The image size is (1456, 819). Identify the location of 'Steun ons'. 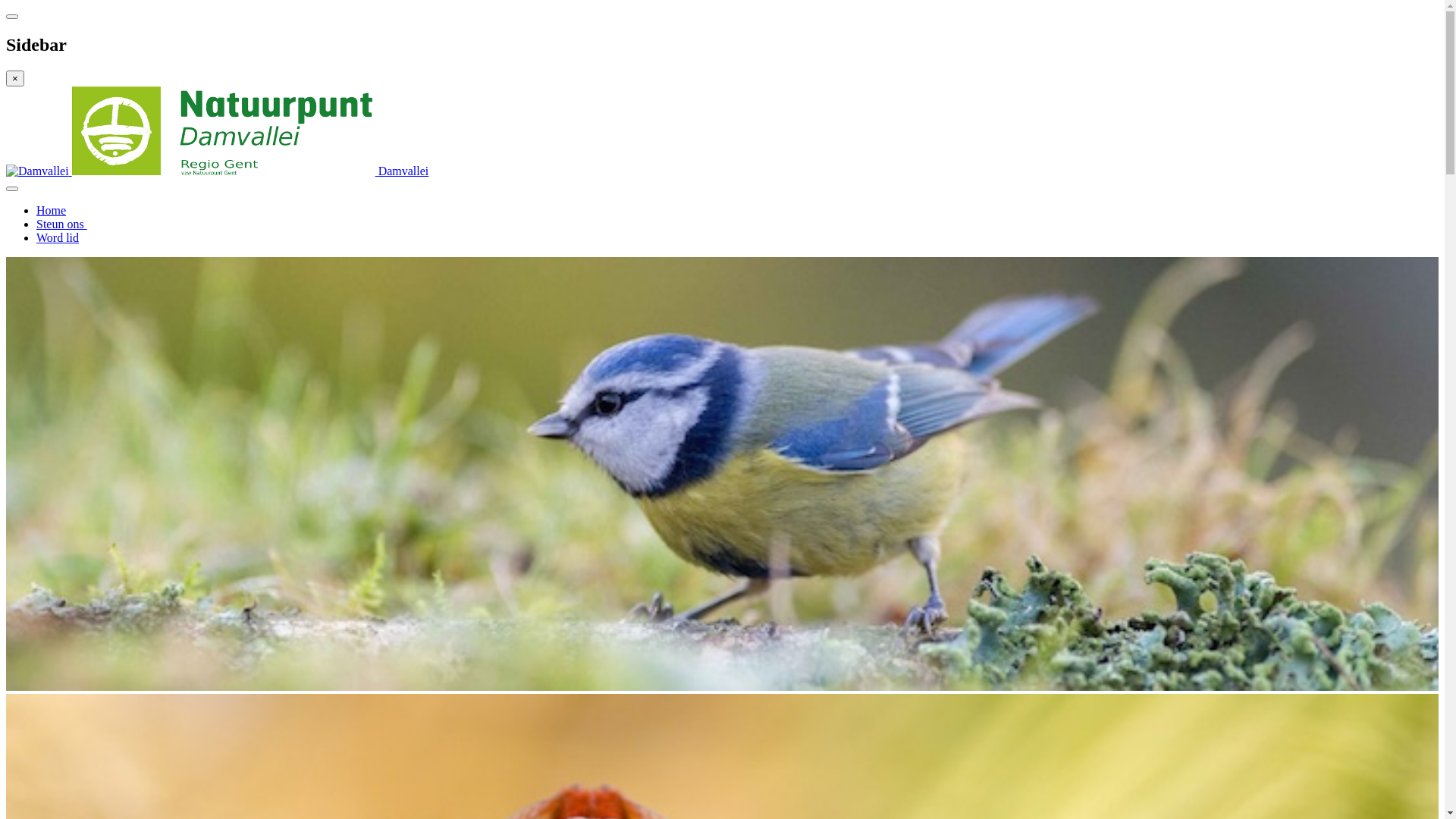
(61, 224).